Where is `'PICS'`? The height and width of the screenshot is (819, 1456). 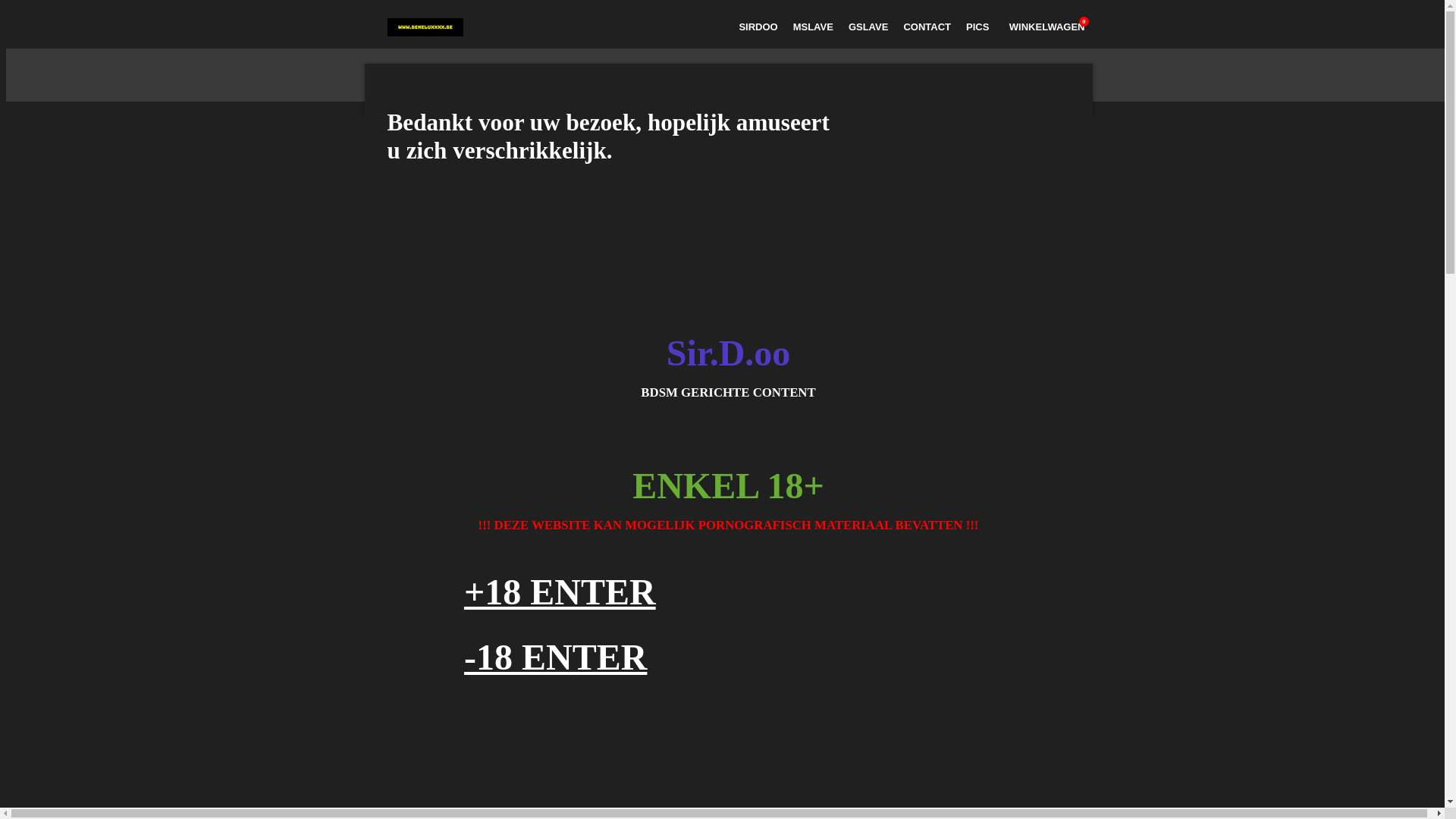 'PICS' is located at coordinates (957, 27).